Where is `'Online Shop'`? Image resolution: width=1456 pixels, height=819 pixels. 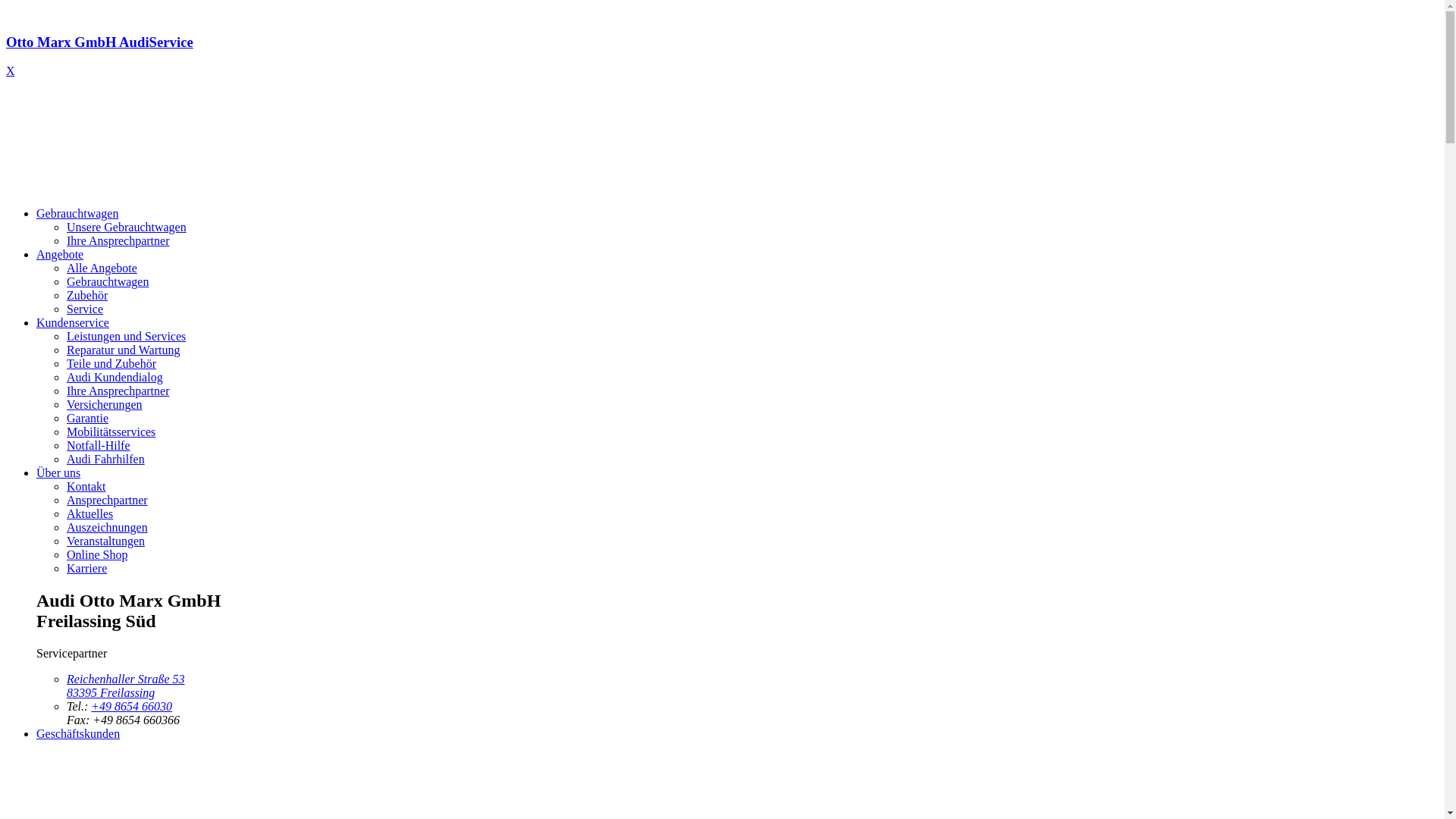 'Online Shop' is located at coordinates (96, 554).